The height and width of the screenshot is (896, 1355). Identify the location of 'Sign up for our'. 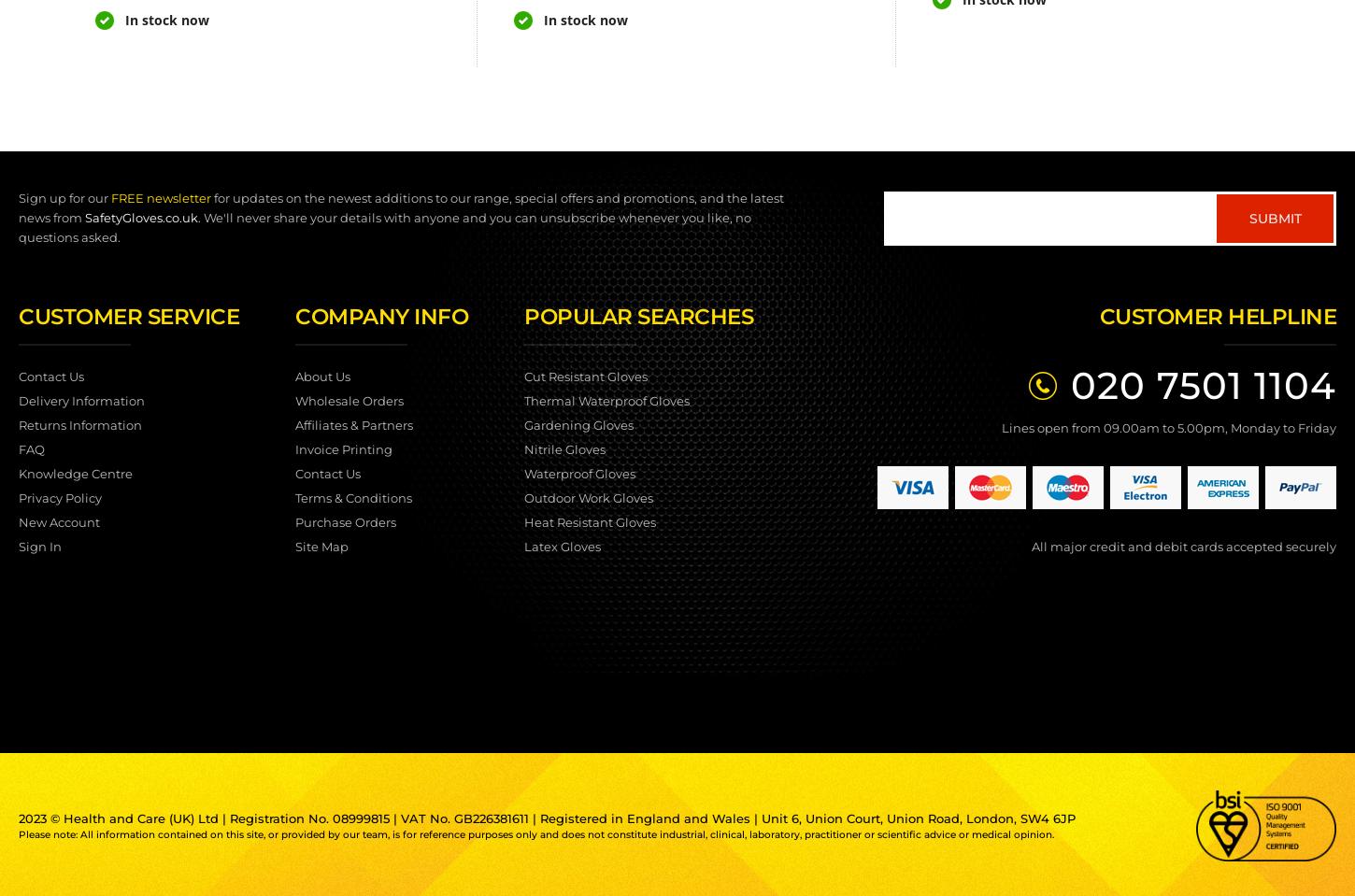
(64, 198).